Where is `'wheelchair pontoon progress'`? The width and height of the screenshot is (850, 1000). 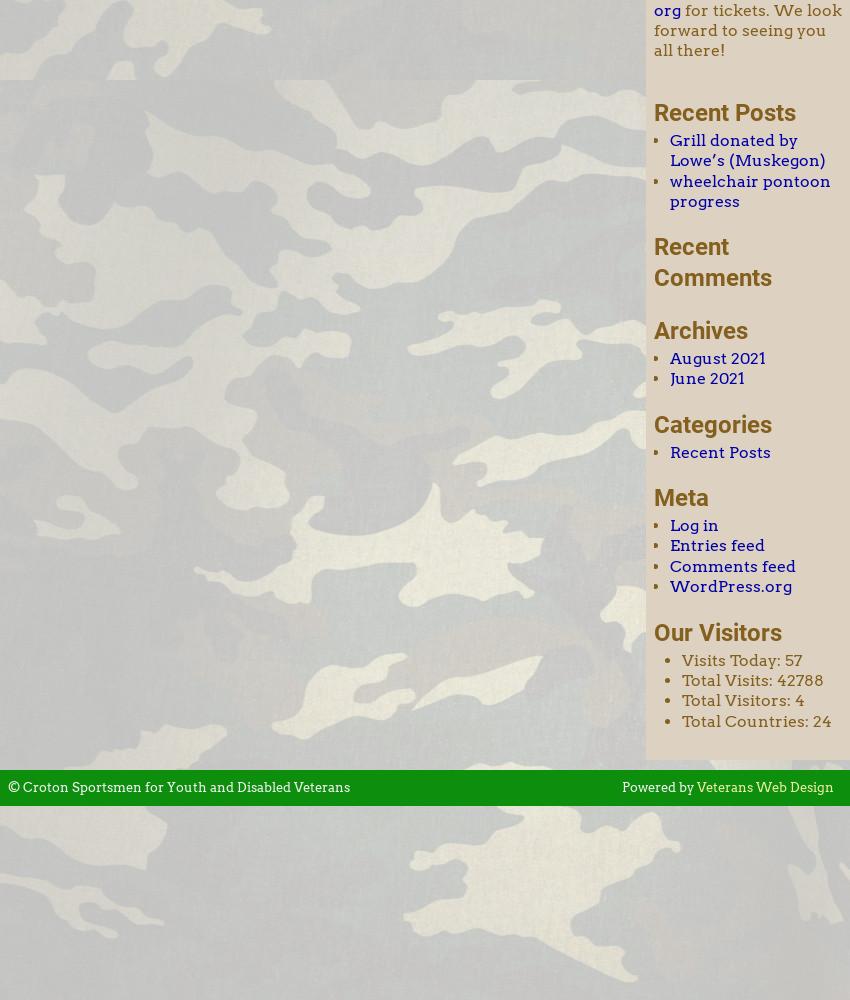
'wheelchair pontoon progress' is located at coordinates (750, 189).